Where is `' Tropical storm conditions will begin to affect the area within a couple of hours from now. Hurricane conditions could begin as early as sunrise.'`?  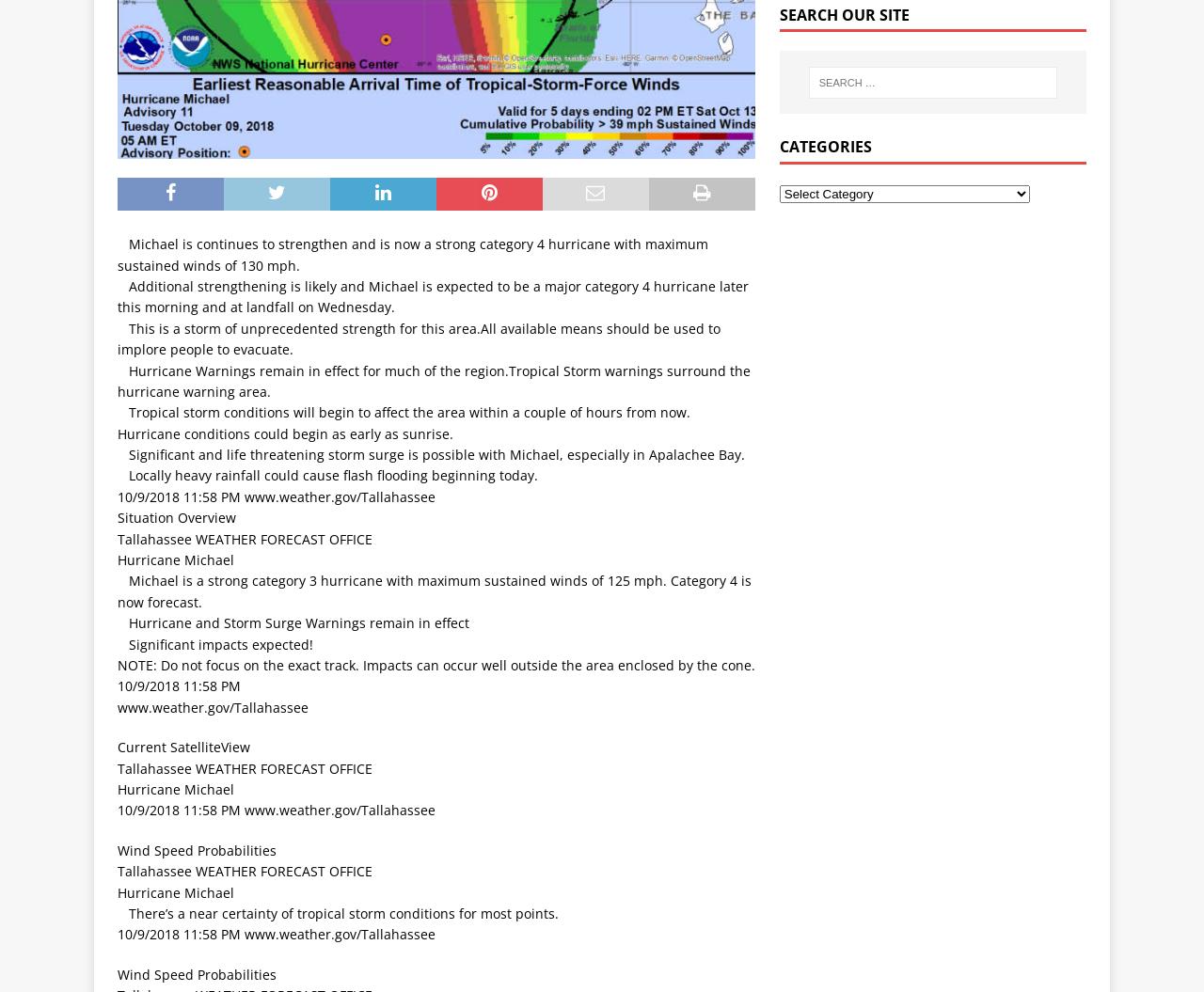
' Tropical storm conditions will begin to affect the area within a couple of hours from now. Hurricane conditions could begin as early as sunrise.' is located at coordinates (403, 421).